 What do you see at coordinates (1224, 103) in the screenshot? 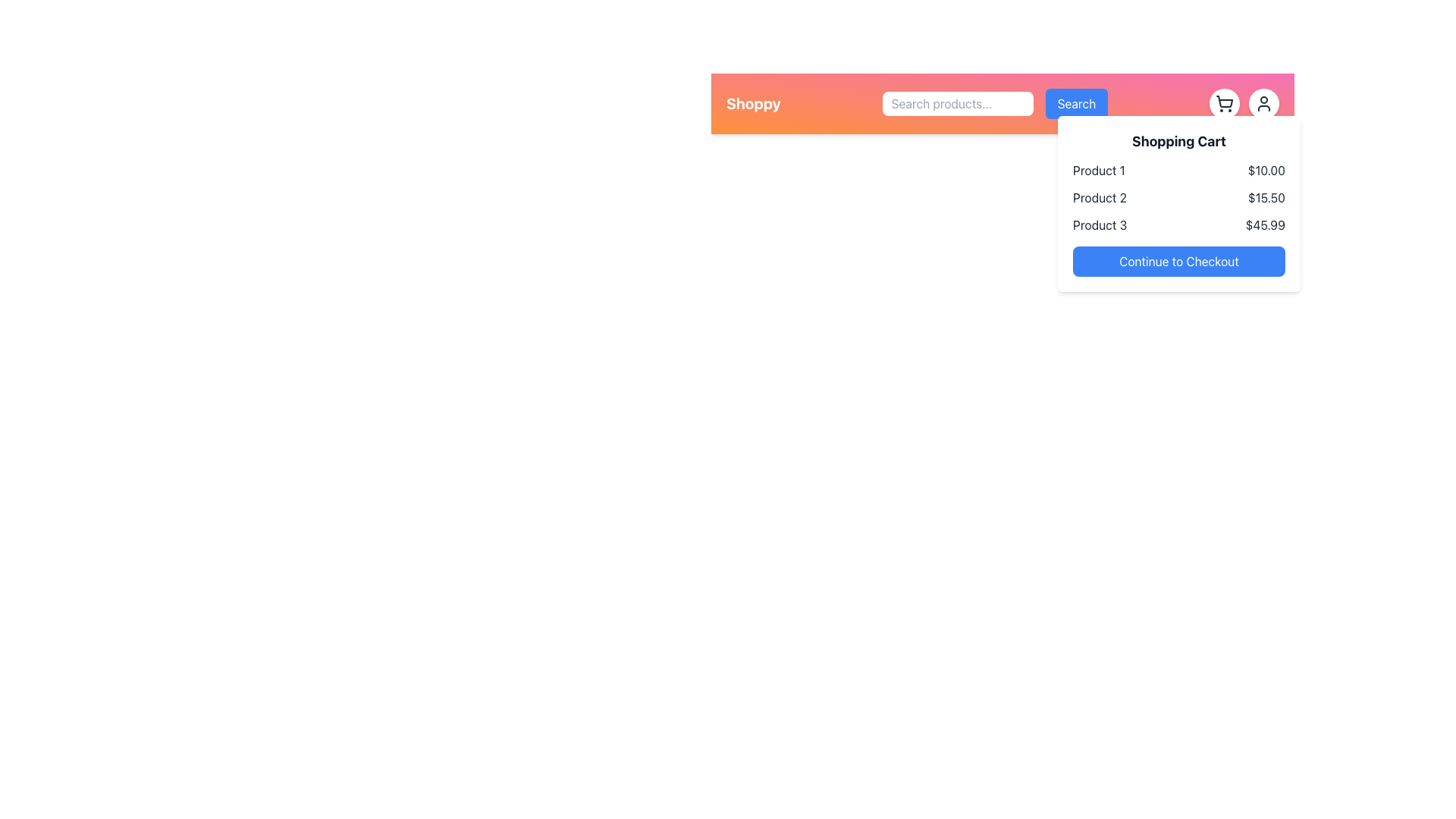
I see `the shopping cart icon button, which is styled in a modern monochrome design and located in the upper-right corner of the interface` at bounding box center [1224, 103].